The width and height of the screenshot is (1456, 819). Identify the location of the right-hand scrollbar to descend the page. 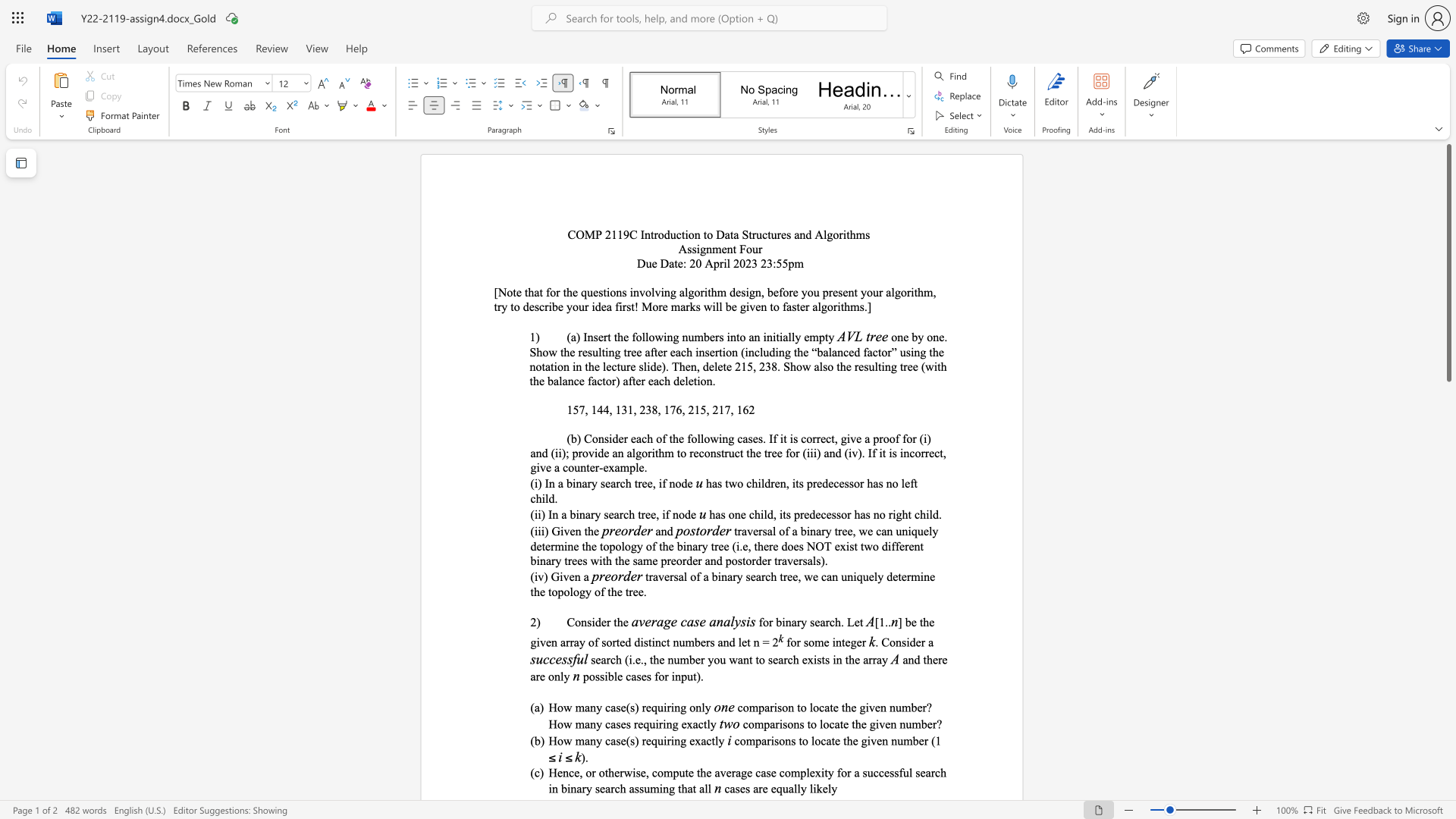
(1448, 644).